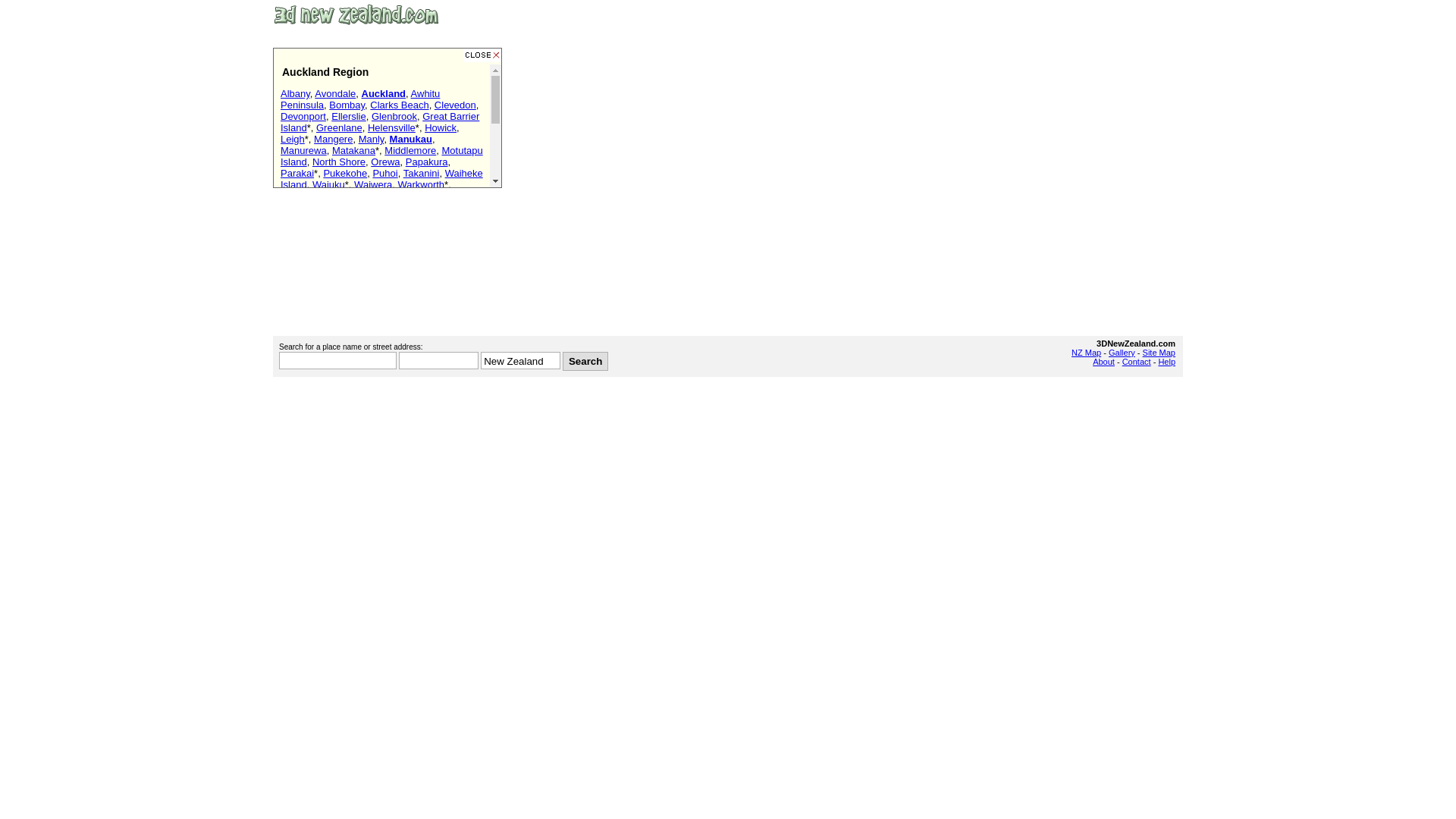 Image resolution: width=1456 pixels, height=819 pixels. Describe the element at coordinates (410, 150) in the screenshot. I see `'Middlemore'` at that location.